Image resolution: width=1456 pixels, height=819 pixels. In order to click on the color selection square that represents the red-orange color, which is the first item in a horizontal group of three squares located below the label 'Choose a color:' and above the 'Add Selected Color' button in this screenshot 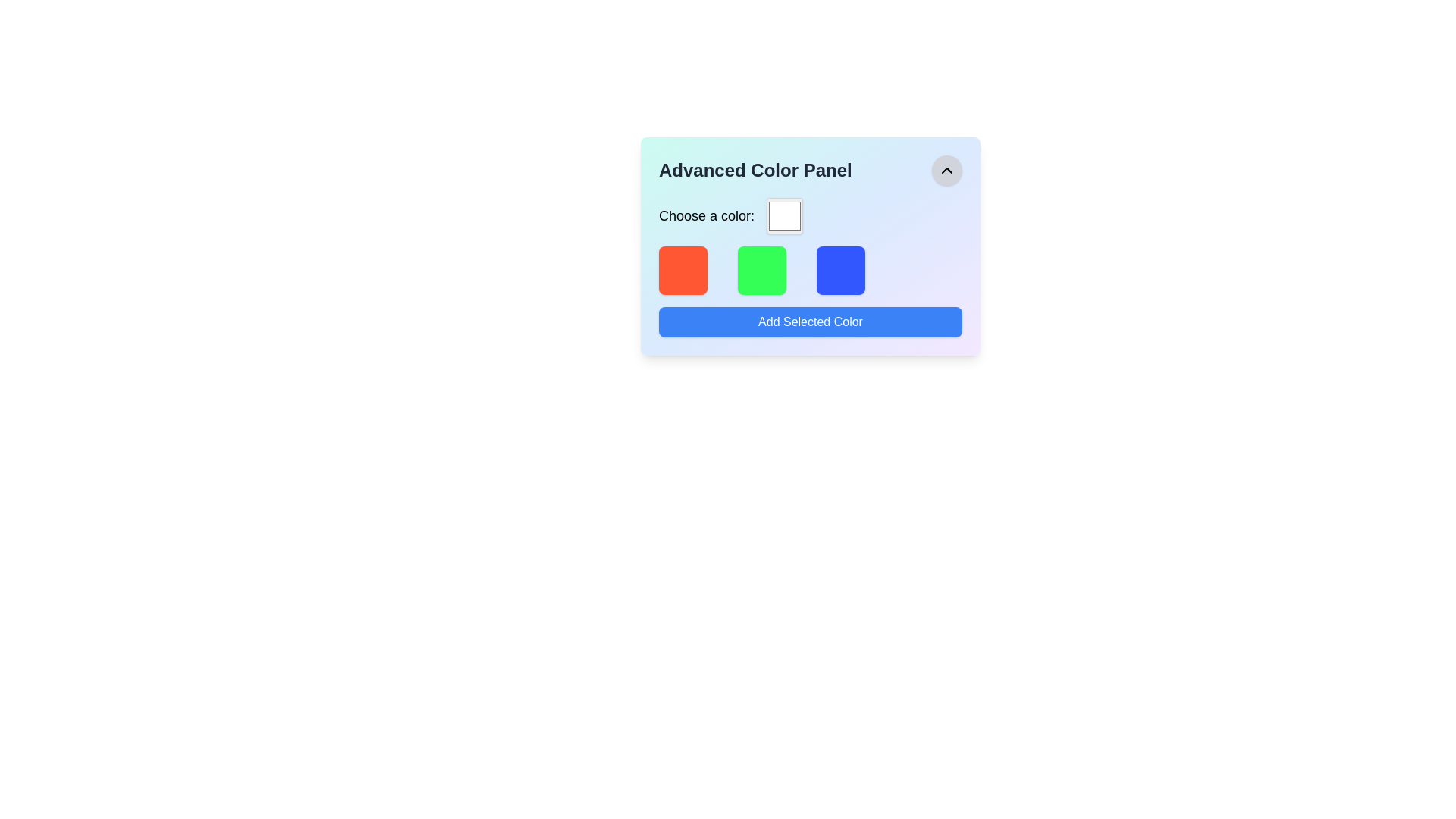, I will do `click(682, 270)`.